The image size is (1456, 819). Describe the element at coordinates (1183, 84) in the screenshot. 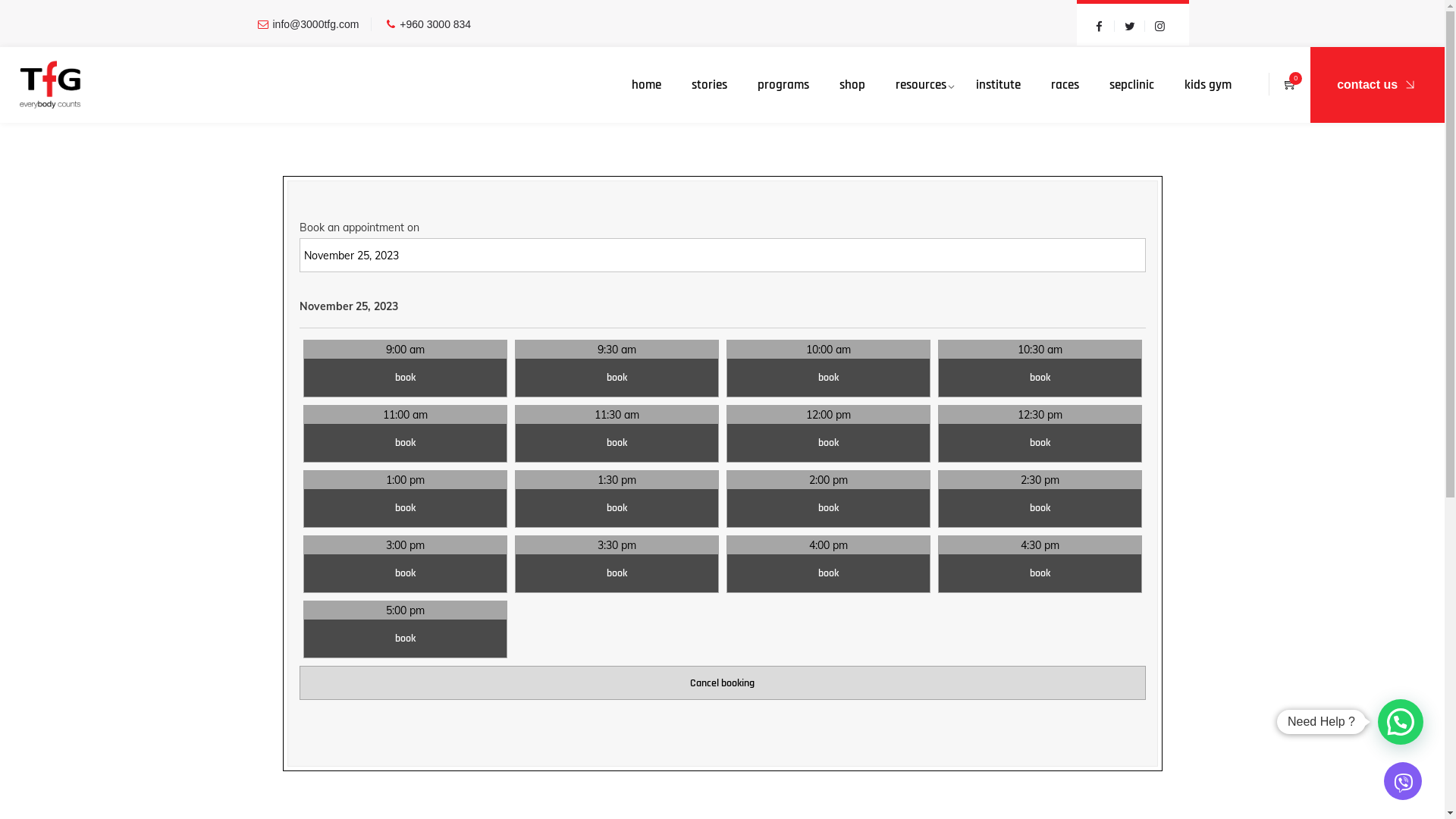

I see `'kids gym'` at that location.